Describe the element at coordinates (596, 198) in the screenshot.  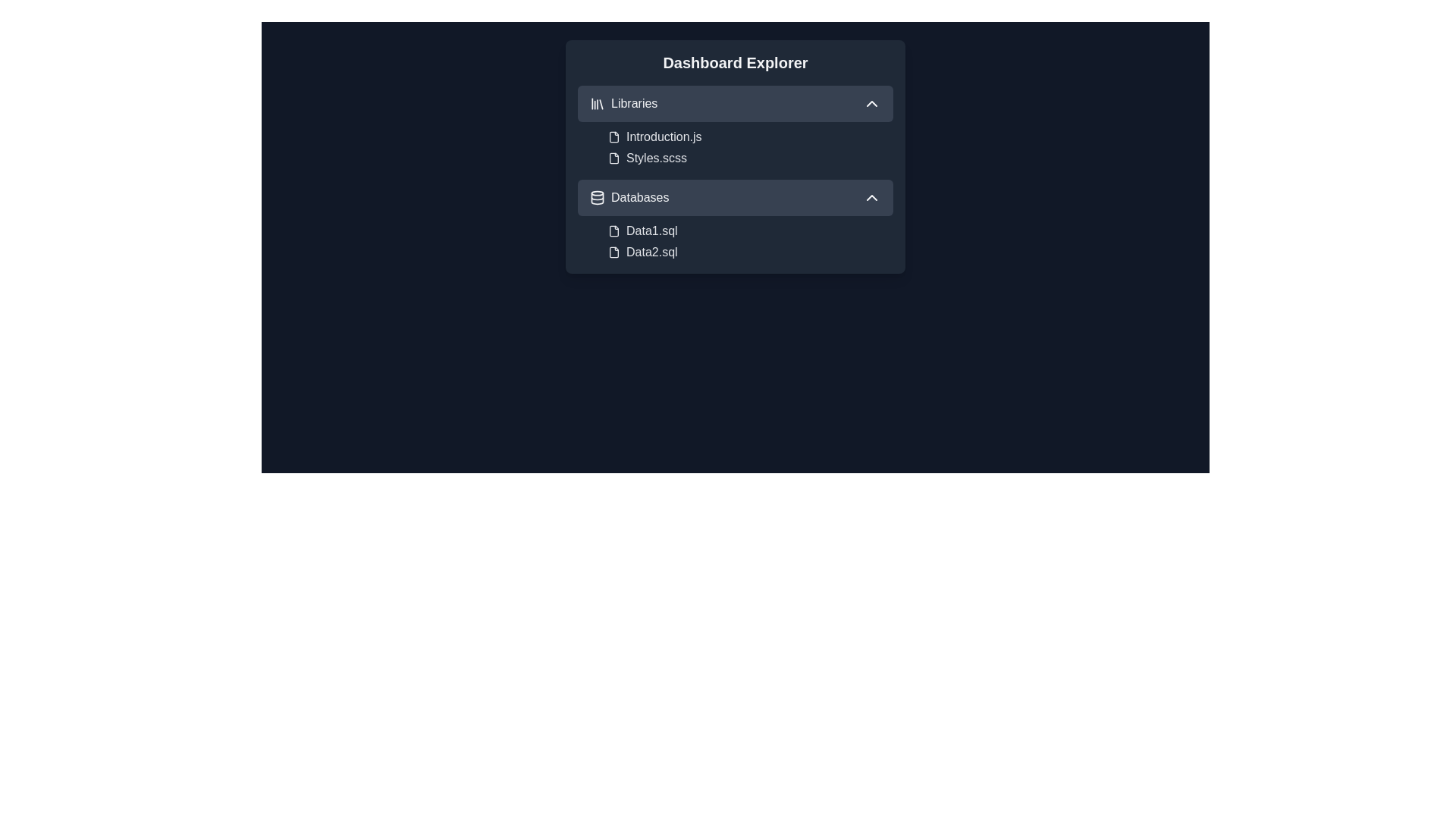
I see `the decorative graphic that resembles a horizontal line segment within the database icon located near the 'Databases' label in the second expandable section of the sidebar UI` at that location.